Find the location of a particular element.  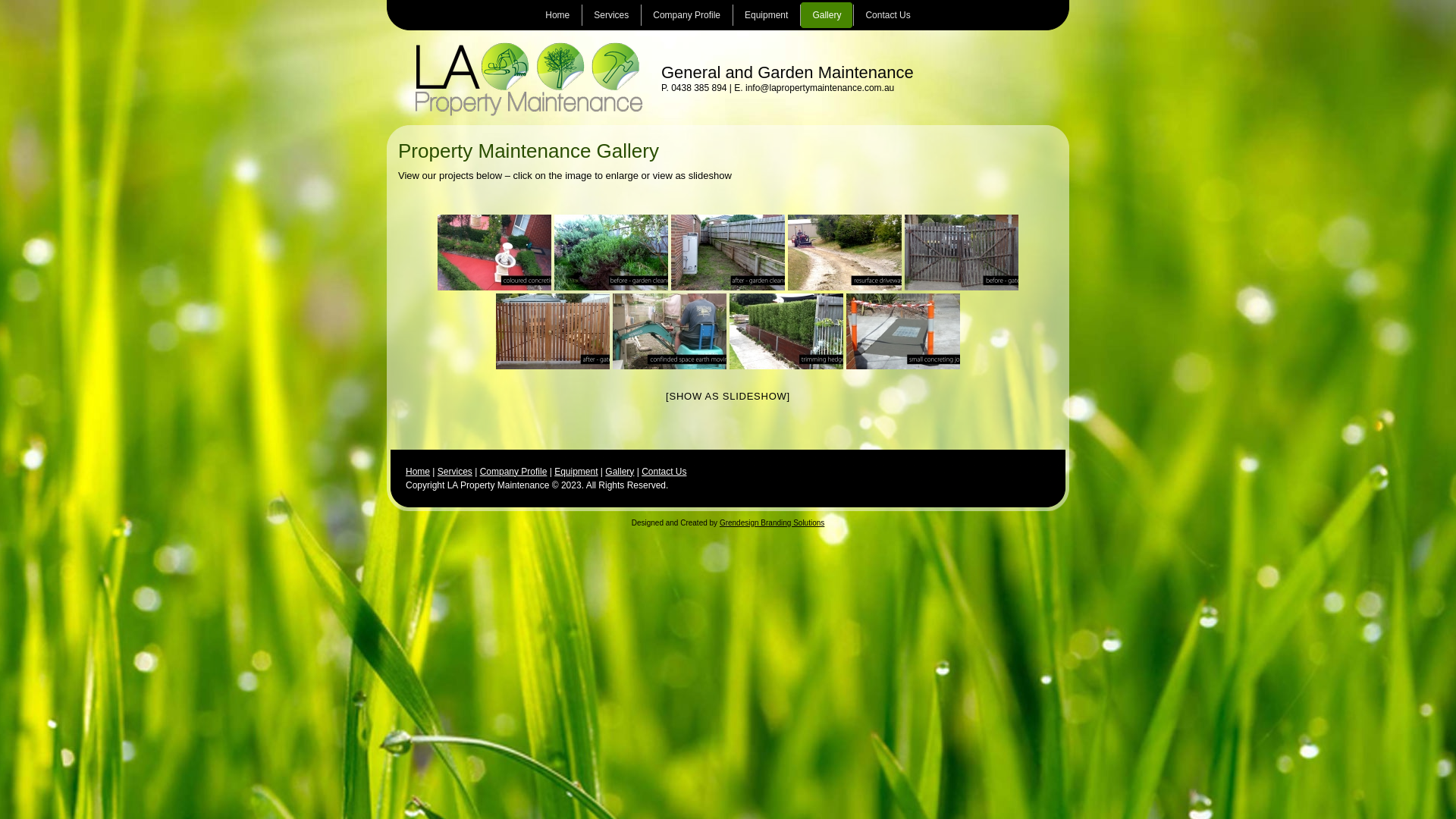

'Company Profile' is located at coordinates (513, 470).